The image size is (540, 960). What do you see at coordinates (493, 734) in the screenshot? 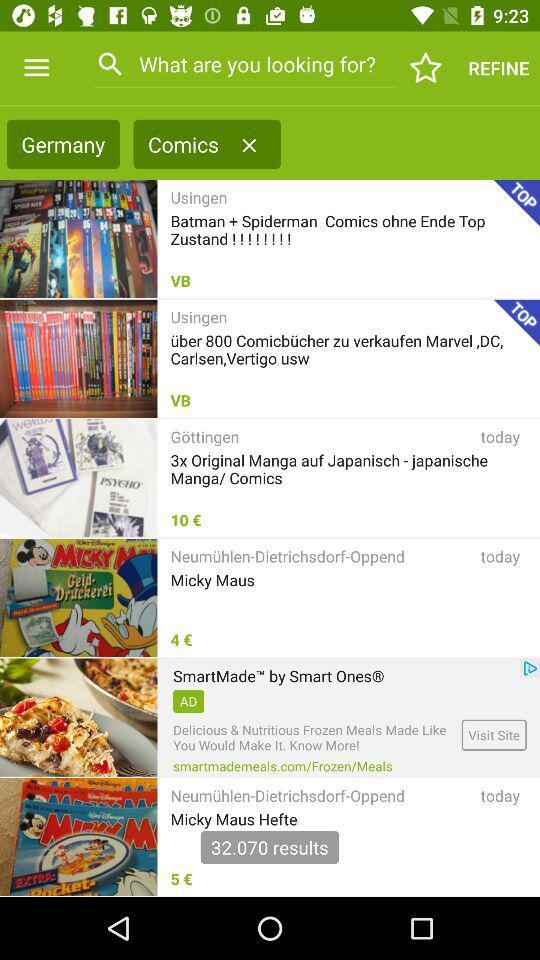
I see `item to the right of delicious nutritious frozen item` at bounding box center [493, 734].